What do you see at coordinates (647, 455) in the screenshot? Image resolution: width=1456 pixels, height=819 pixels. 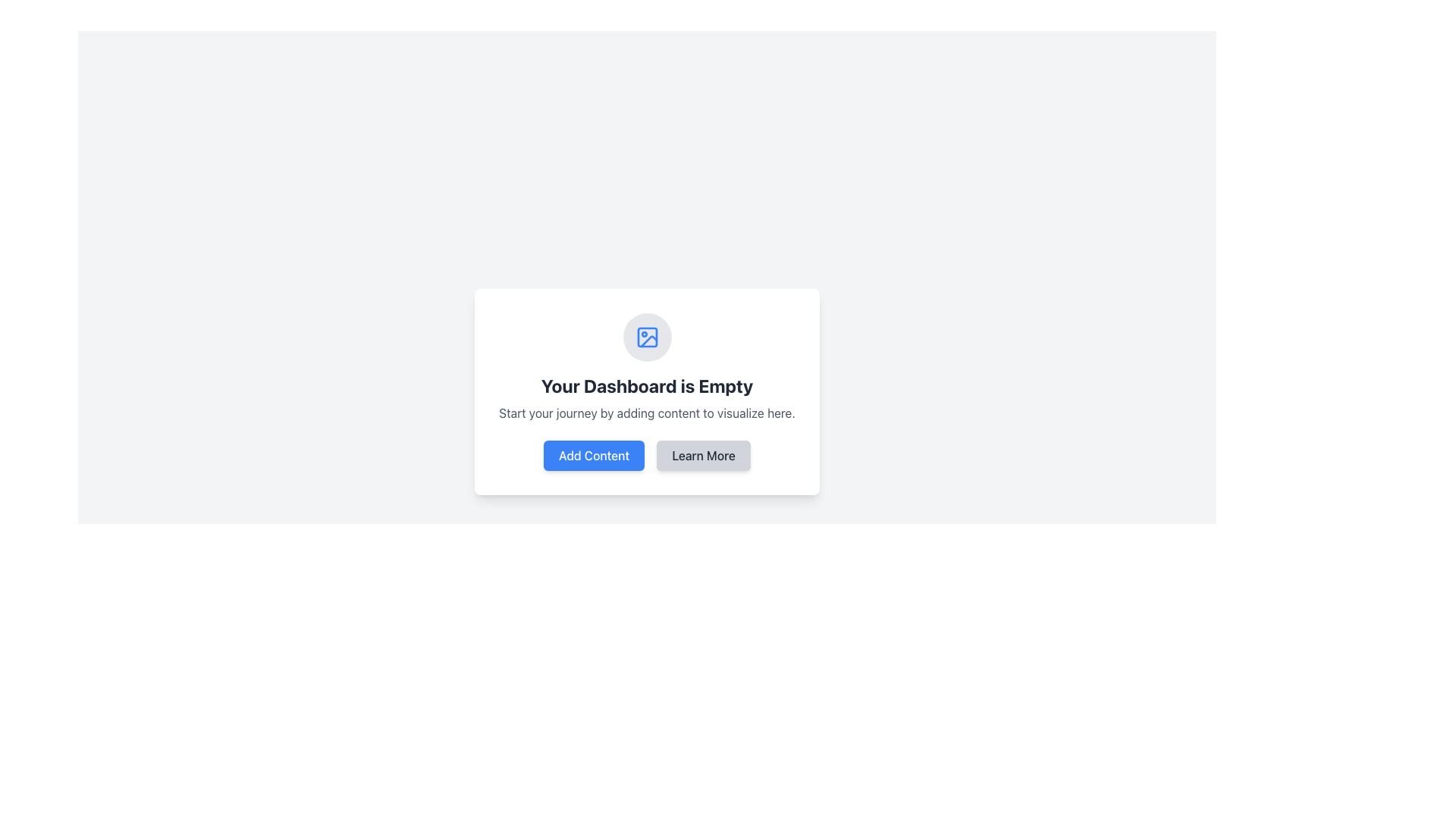 I see `the 'Add Content' button located on the left side of the Button Group within the central card interface` at bounding box center [647, 455].